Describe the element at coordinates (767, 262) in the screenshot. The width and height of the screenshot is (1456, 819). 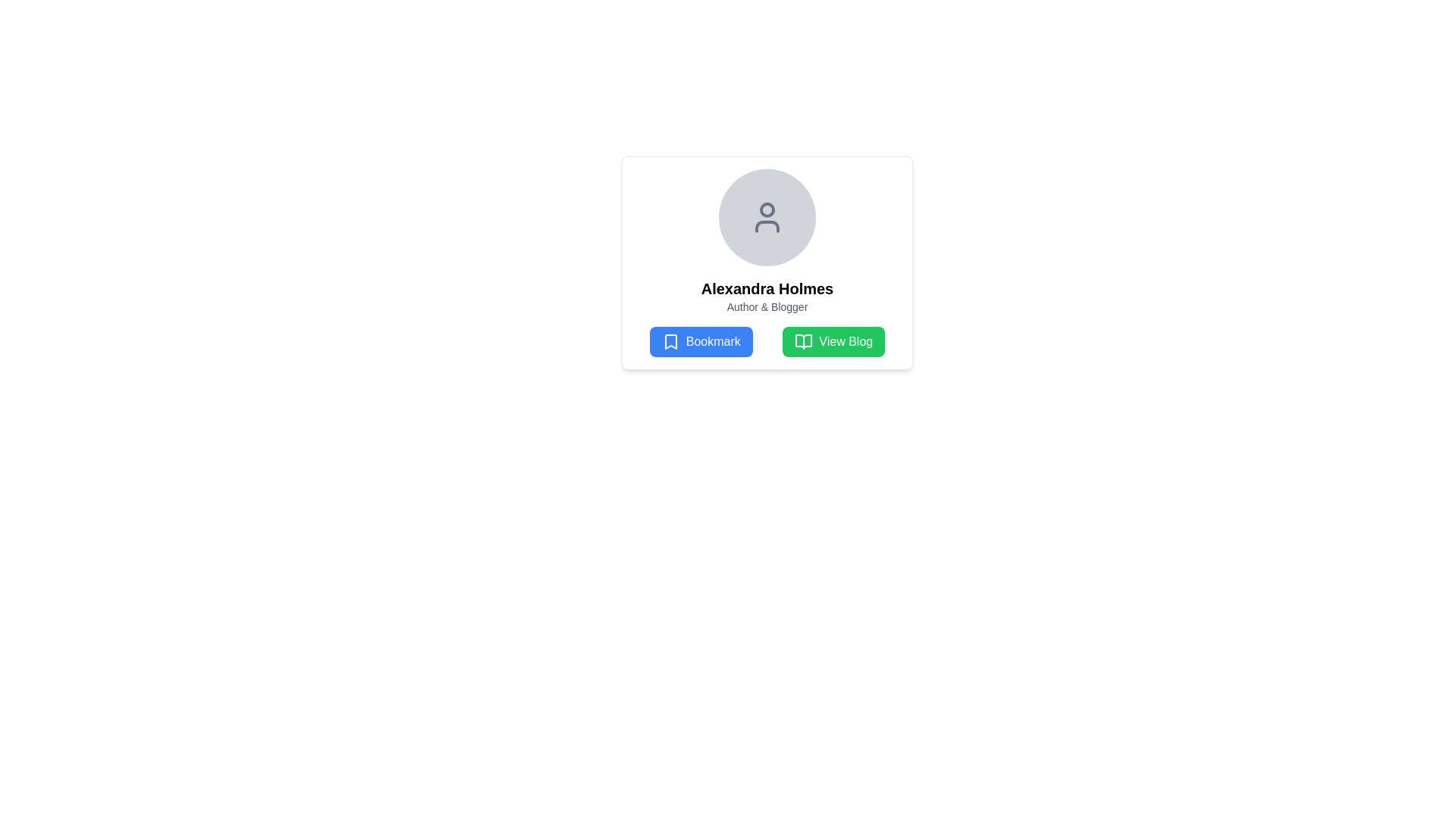
I see `the user icon in the Profile card of Alexandra Holmes` at that location.